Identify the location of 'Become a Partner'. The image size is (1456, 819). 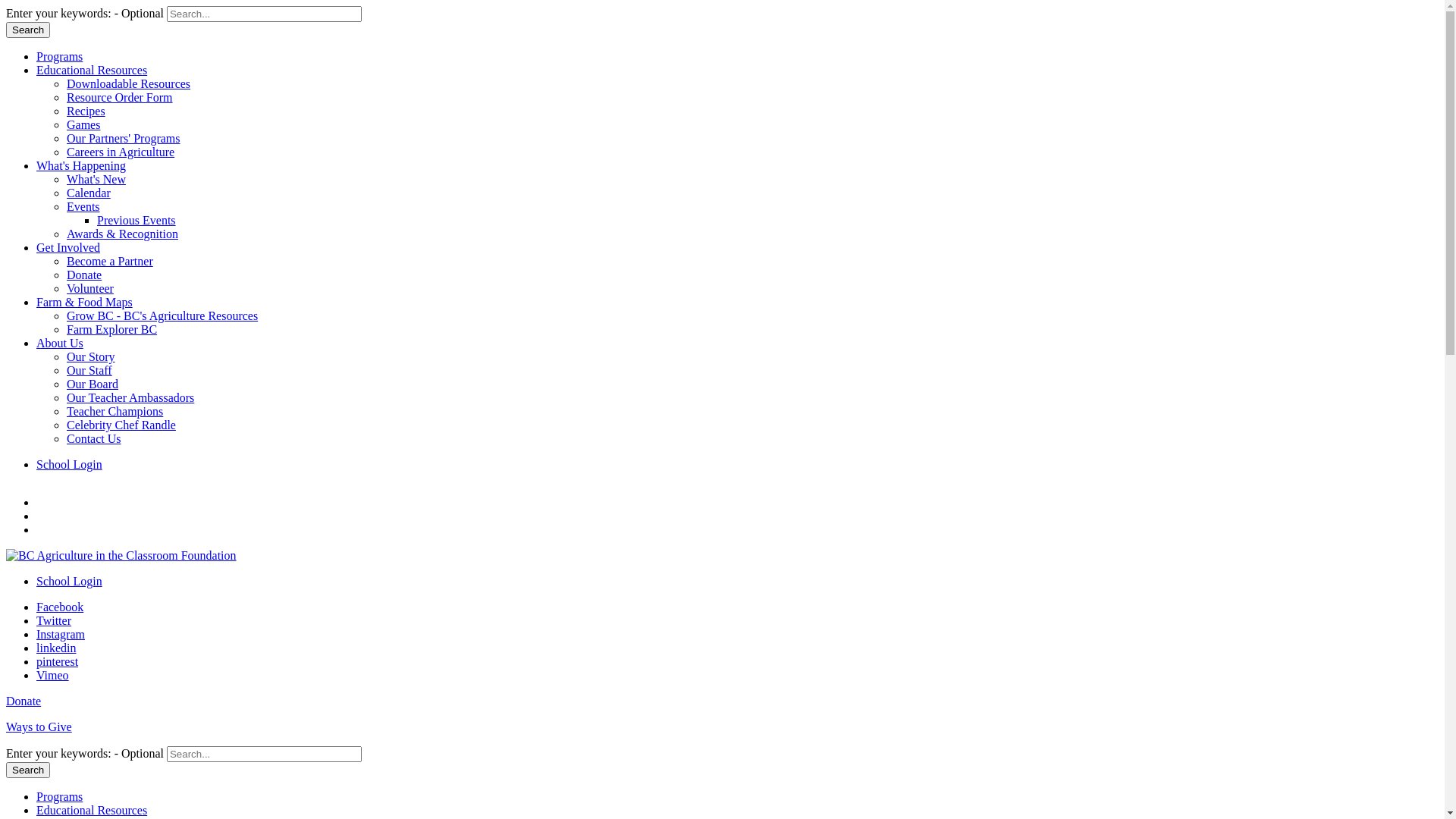
(65, 260).